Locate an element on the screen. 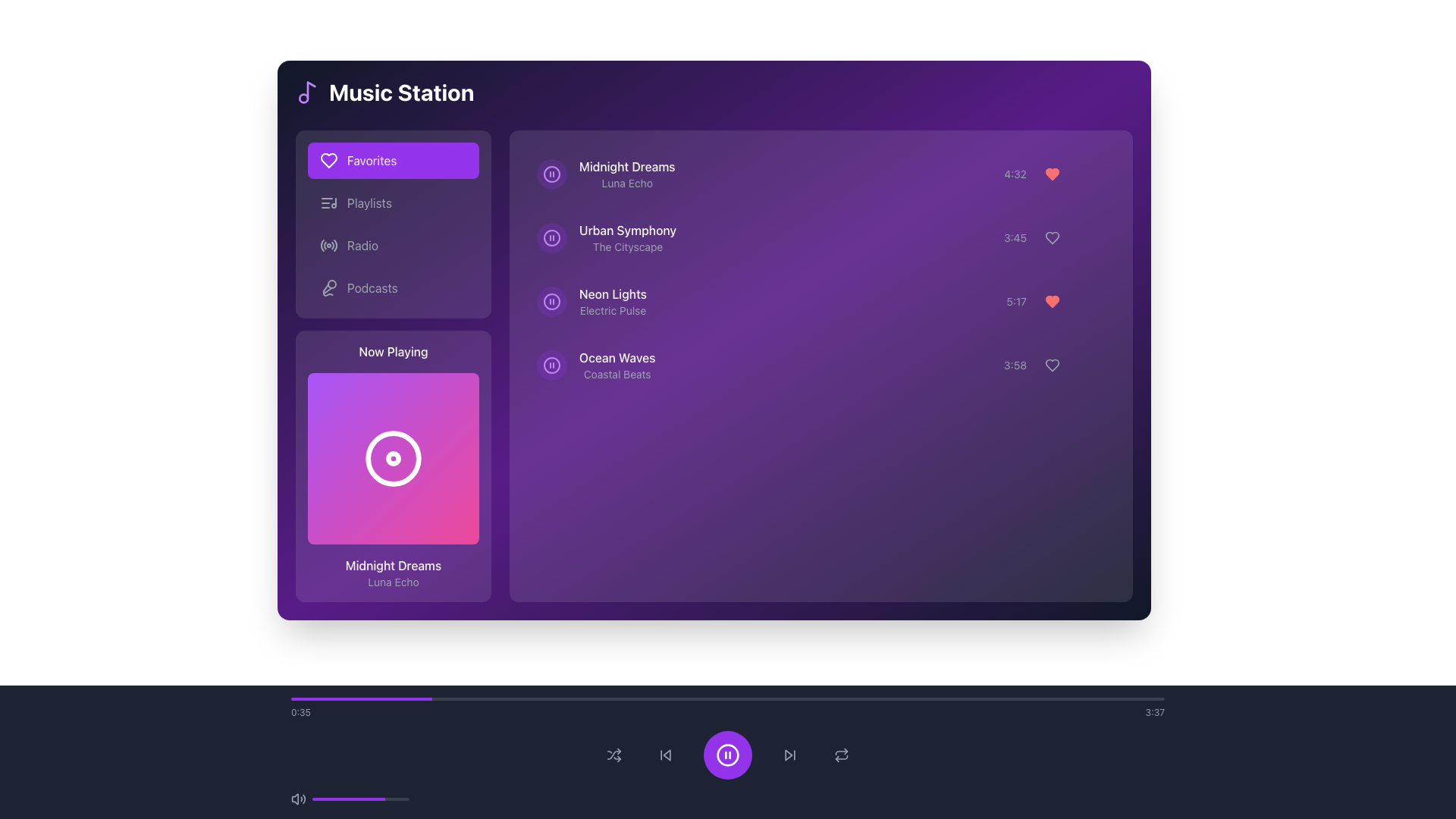 This screenshot has width=1456, height=819. the text label displaying 'Coastal Beats', which is located below 'Ocean Waves' in the right-side panel under the 'Now Playing' section is located at coordinates (617, 374).